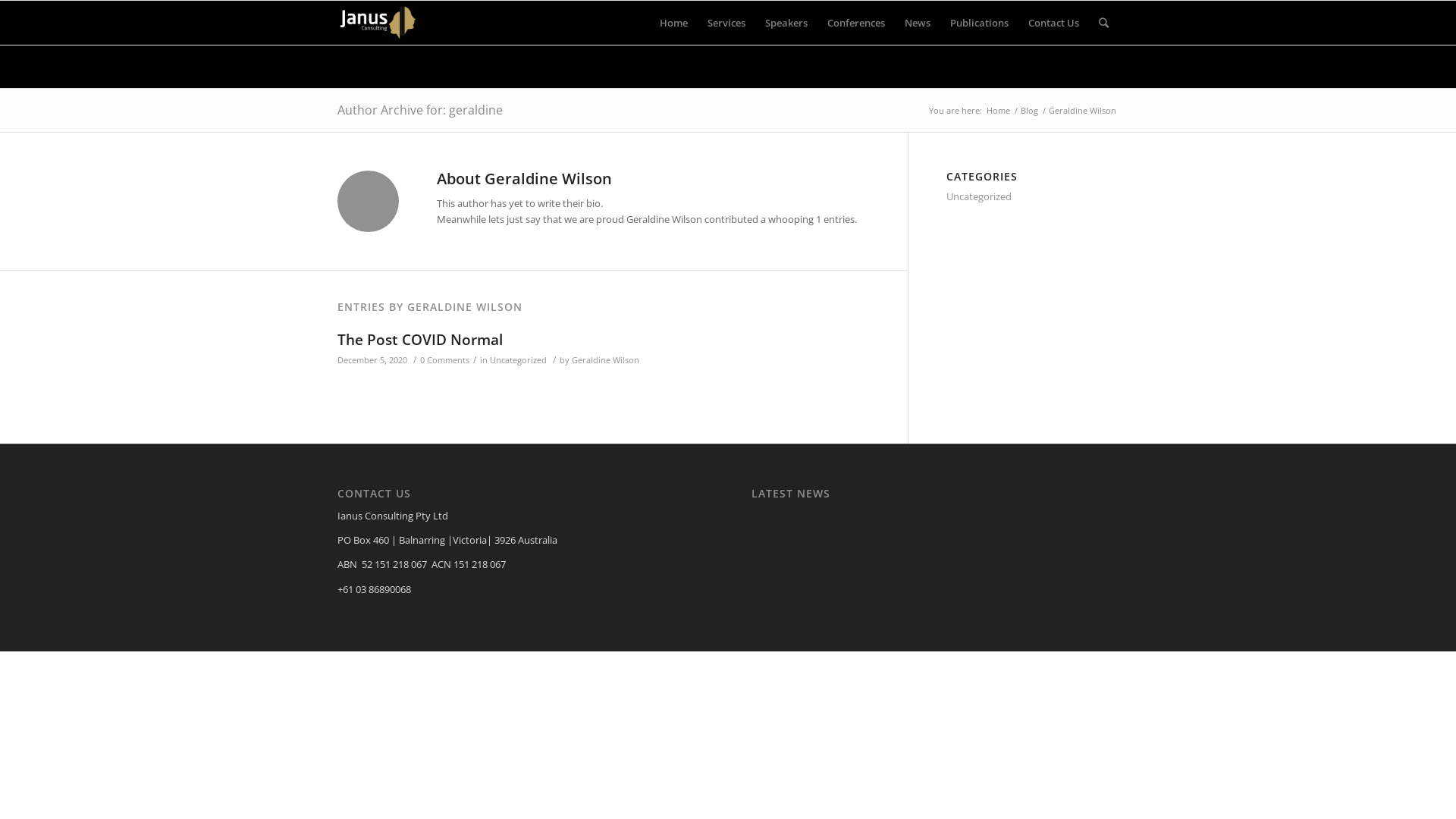 This screenshot has width=1456, height=819. Describe the element at coordinates (1029, 109) in the screenshot. I see `'Blog'` at that location.